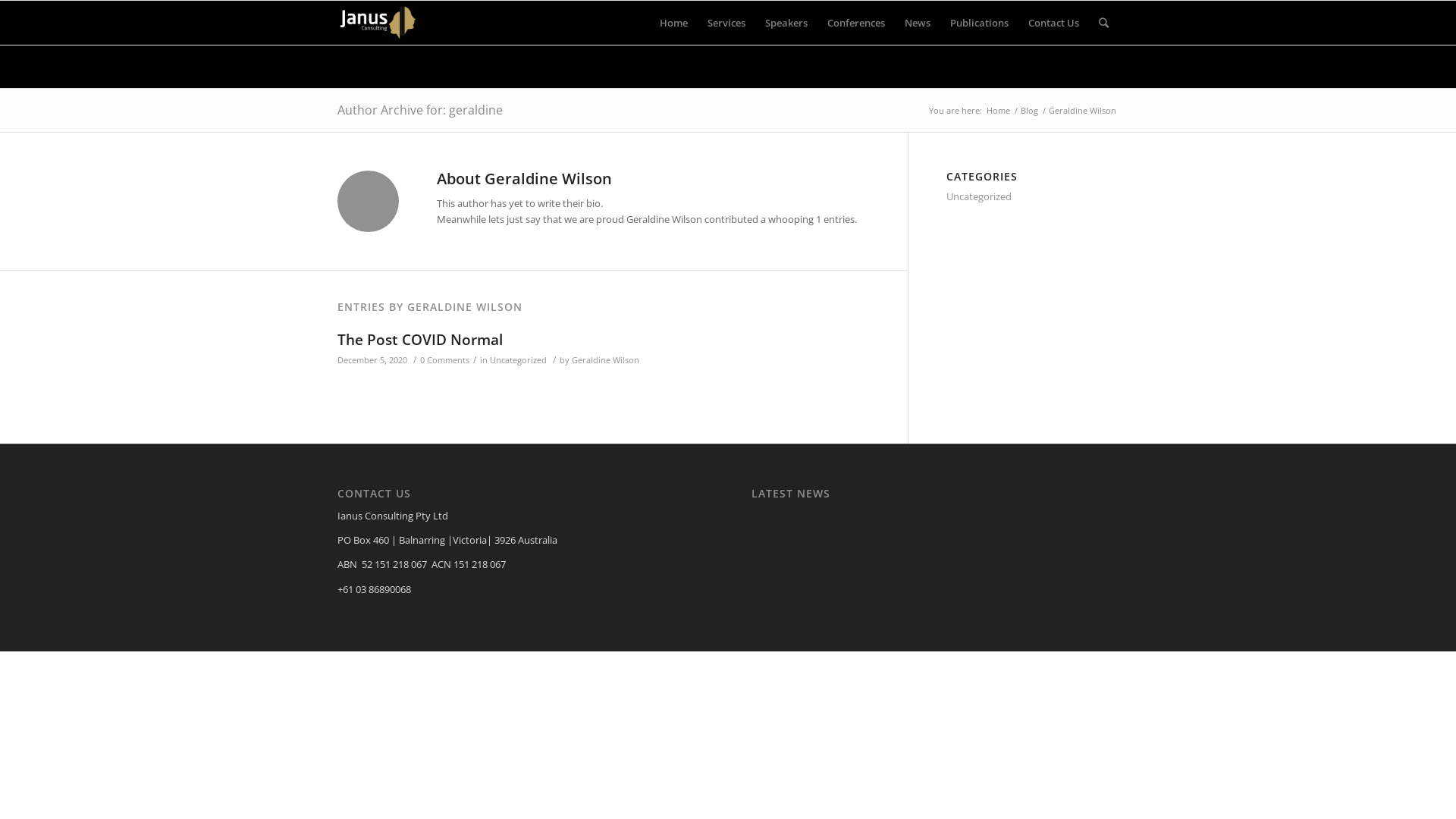 This screenshot has width=1456, height=819. Describe the element at coordinates (1029, 109) in the screenshot. I see `'Blog'` at that location.